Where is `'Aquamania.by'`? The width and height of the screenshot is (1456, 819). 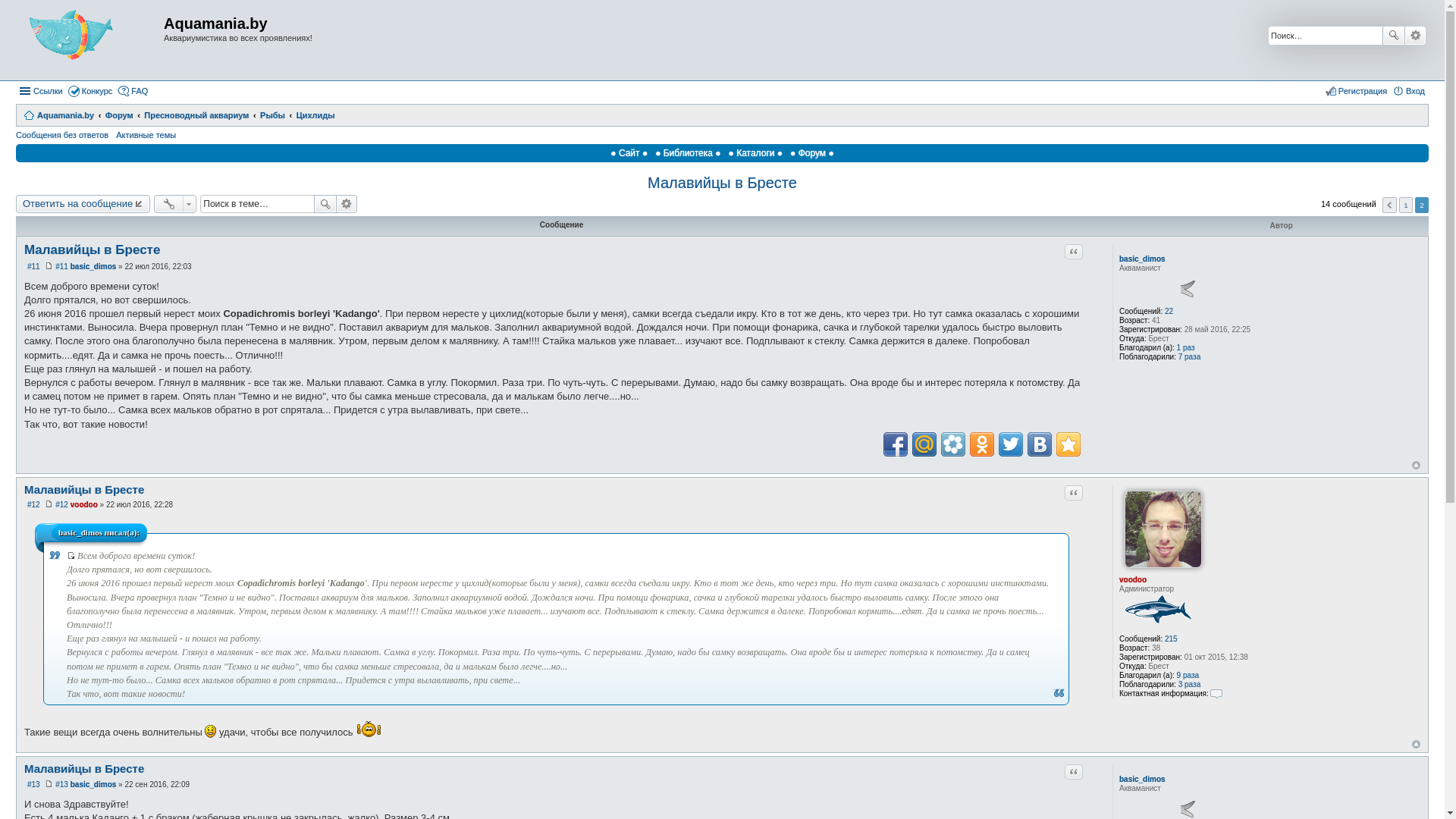 'Aquamania.by' is located at coordinates (58, 114).